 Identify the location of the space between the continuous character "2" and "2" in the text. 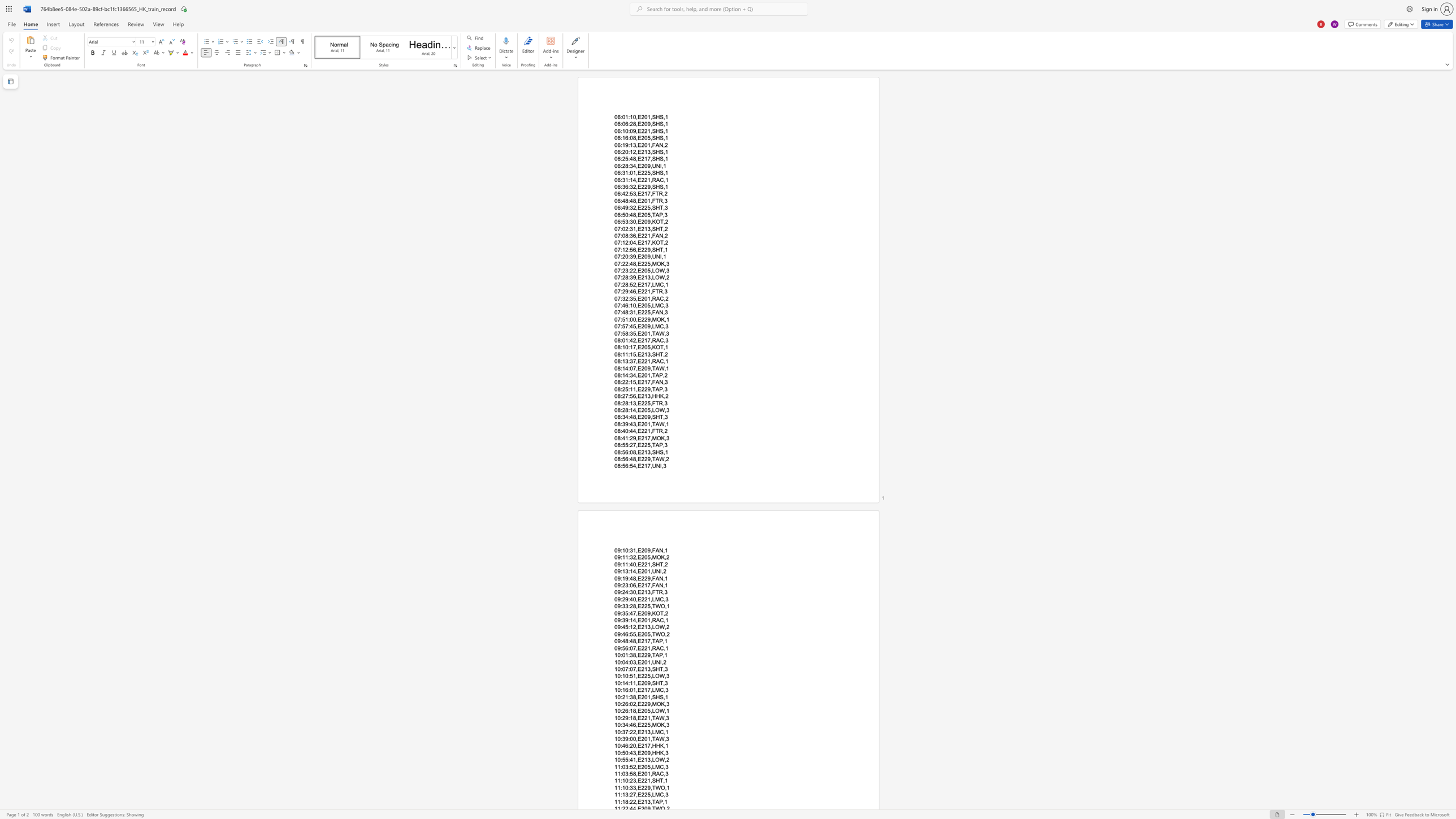
(643, 564).